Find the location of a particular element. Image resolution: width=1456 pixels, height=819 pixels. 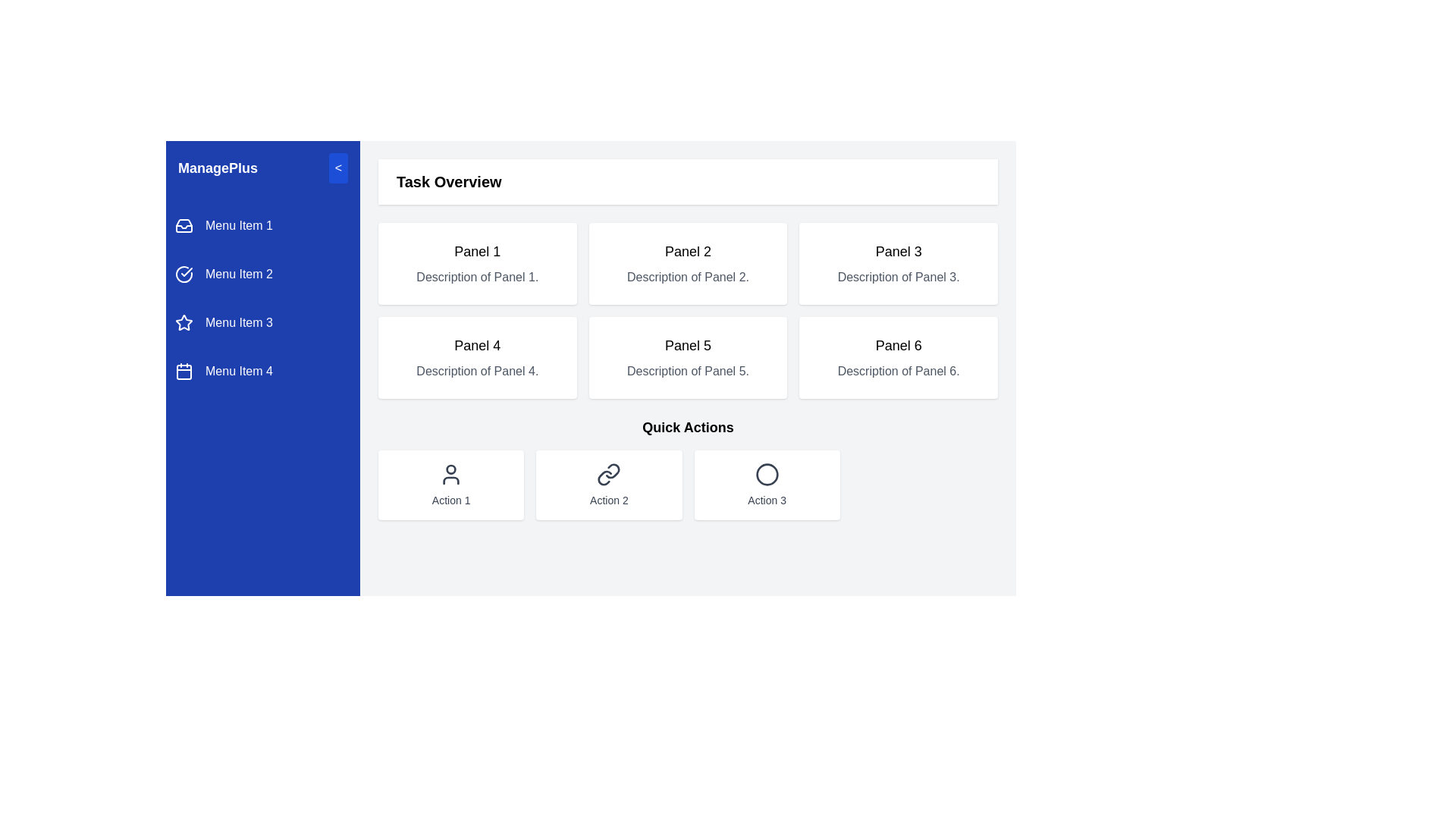

the Interactive panel identified as 'Panel 6' located in the bottom-right corner of the grid to interact with it is located at coordinates (899, 357).